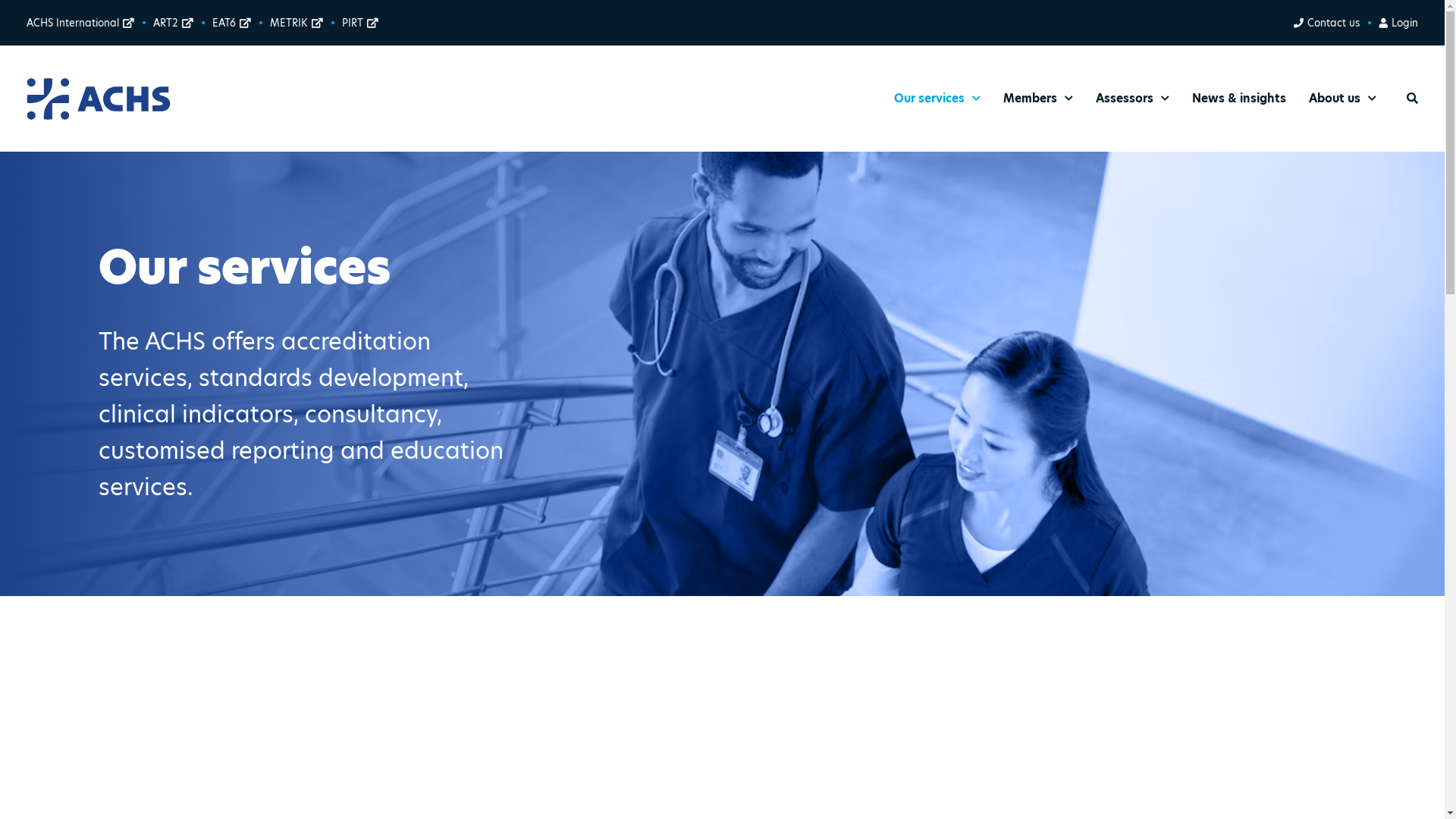 This screenshot has width=1456, height=819. Describe the element at coordinates (1397, 23) in the screenshot. I see `'Login'` at that location.